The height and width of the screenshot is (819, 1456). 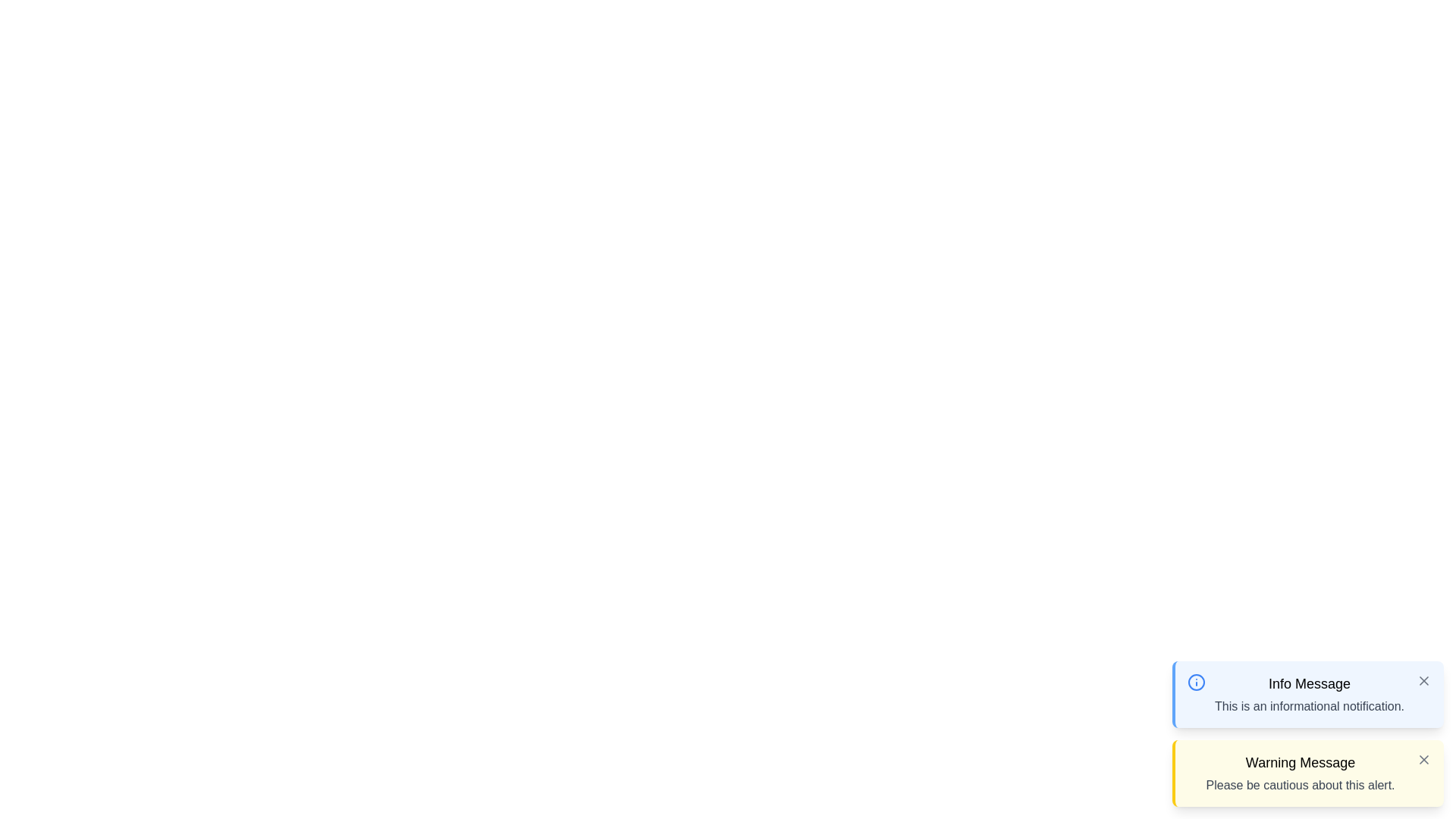 I want to click on the title Text label located at the upper portion of the blue notification box in the bottom-right corner of the interface, so click(x=1309, y=684).